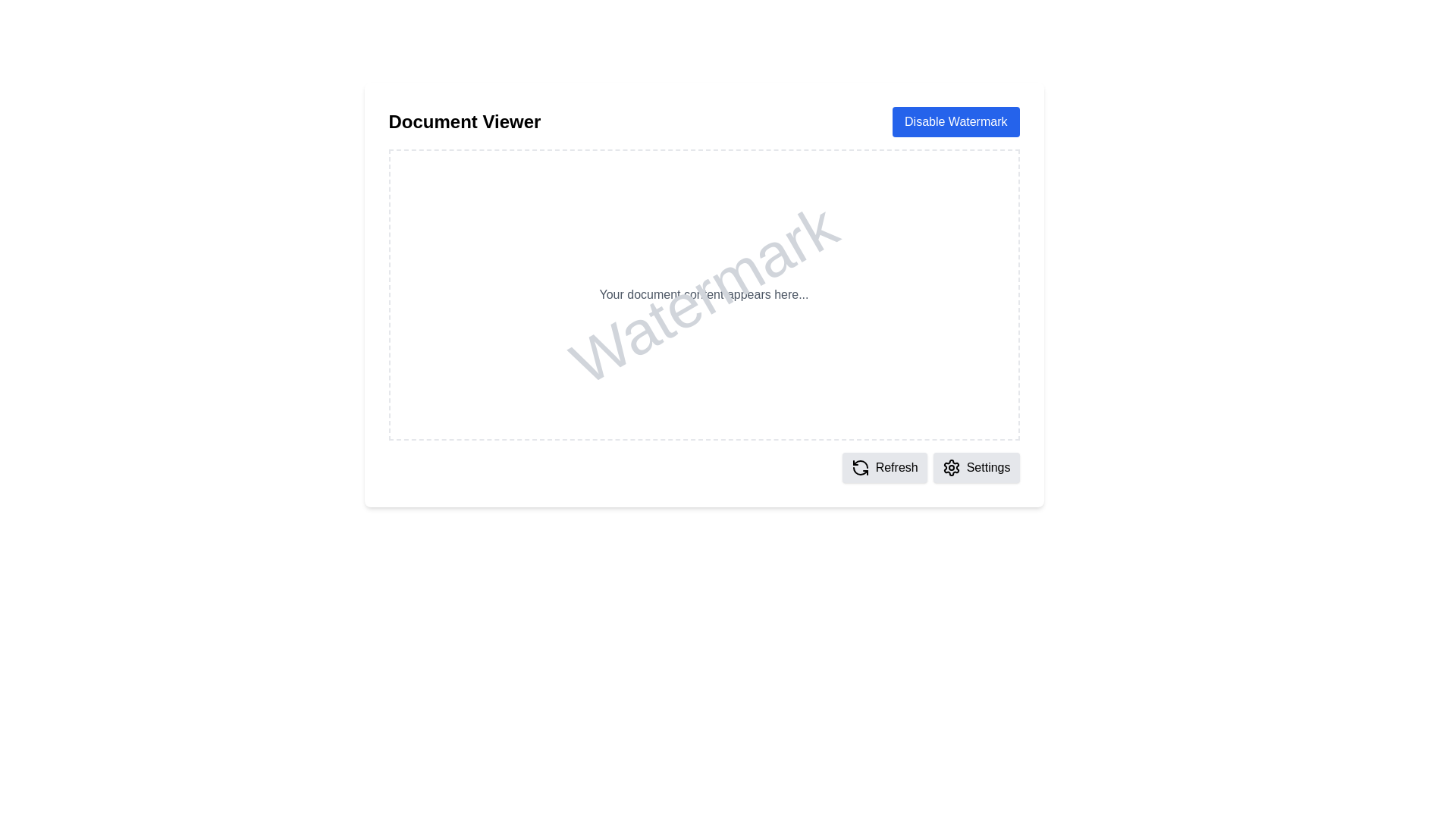 This screenshot has height=819, width=1456. I want to click on the curved line forming a partial arc resembling the first part of a circular arrow in the refresh icon, so click(860, 463).